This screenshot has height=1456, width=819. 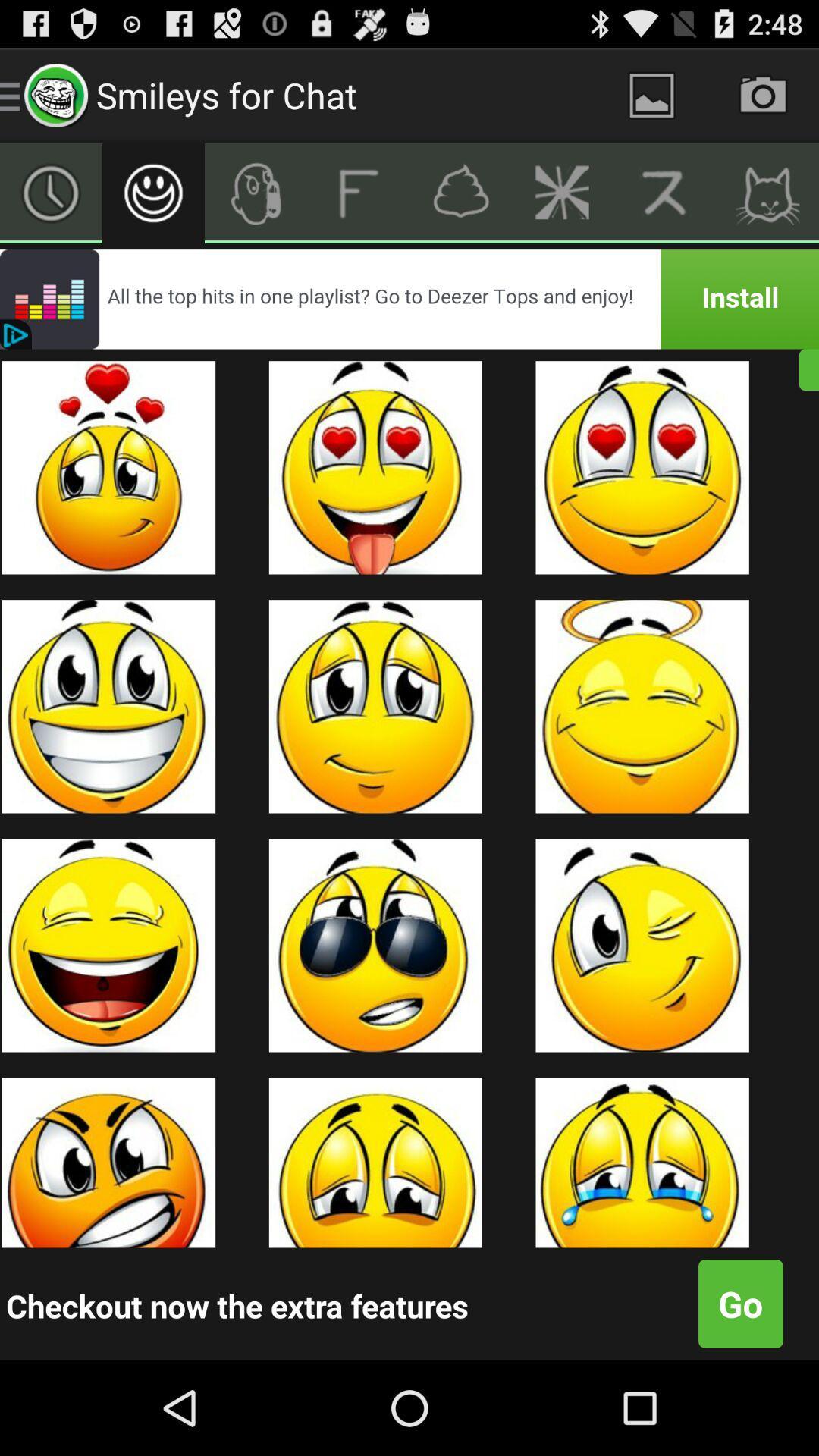 What do you see at coordinates (763, 94) in the screenshot?
I see `take a photo` at bounding box center [763, 94].